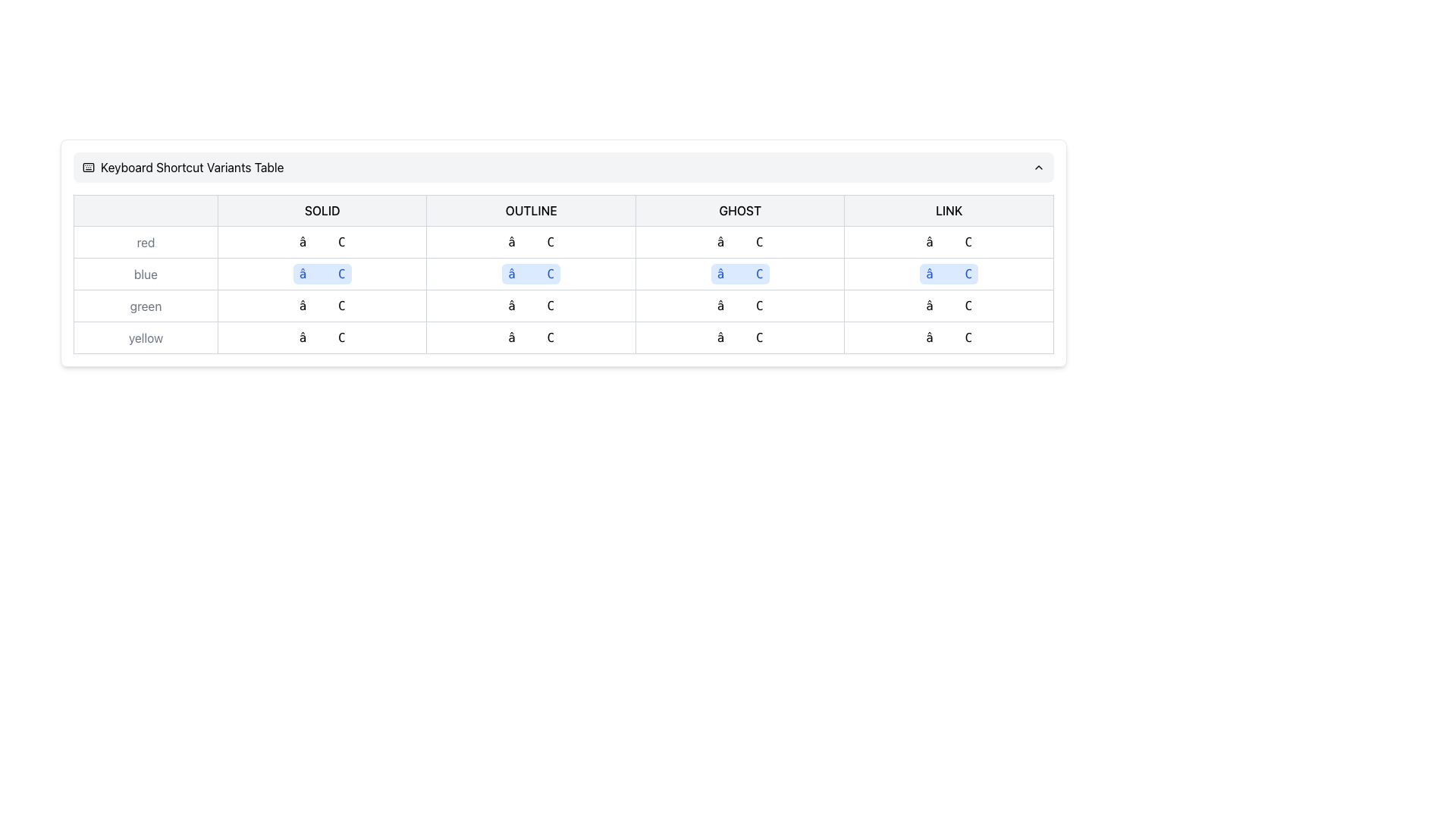 This screenshot has width=1456, height=819. What do you see at coordinates (1037, 167) in the screenshot?
I see `the upward-pointing chevron icon located at the upper-right corner of the 'Keyboard Shortcut Variants Table'` at bounding box center [1037, 167].